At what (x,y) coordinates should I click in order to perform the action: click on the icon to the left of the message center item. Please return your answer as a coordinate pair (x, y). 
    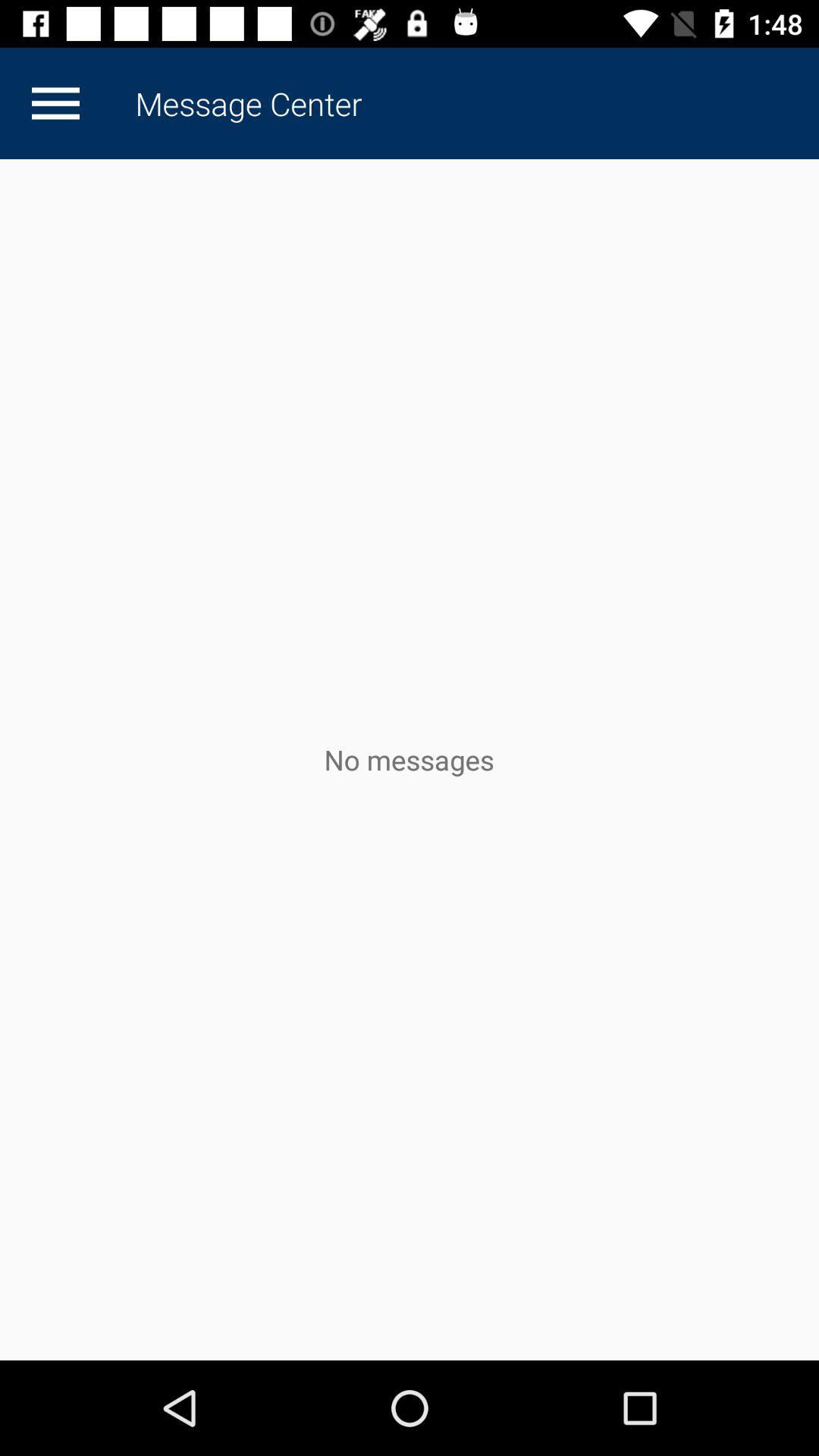
    Looking at the image, I should click on (55, 102).